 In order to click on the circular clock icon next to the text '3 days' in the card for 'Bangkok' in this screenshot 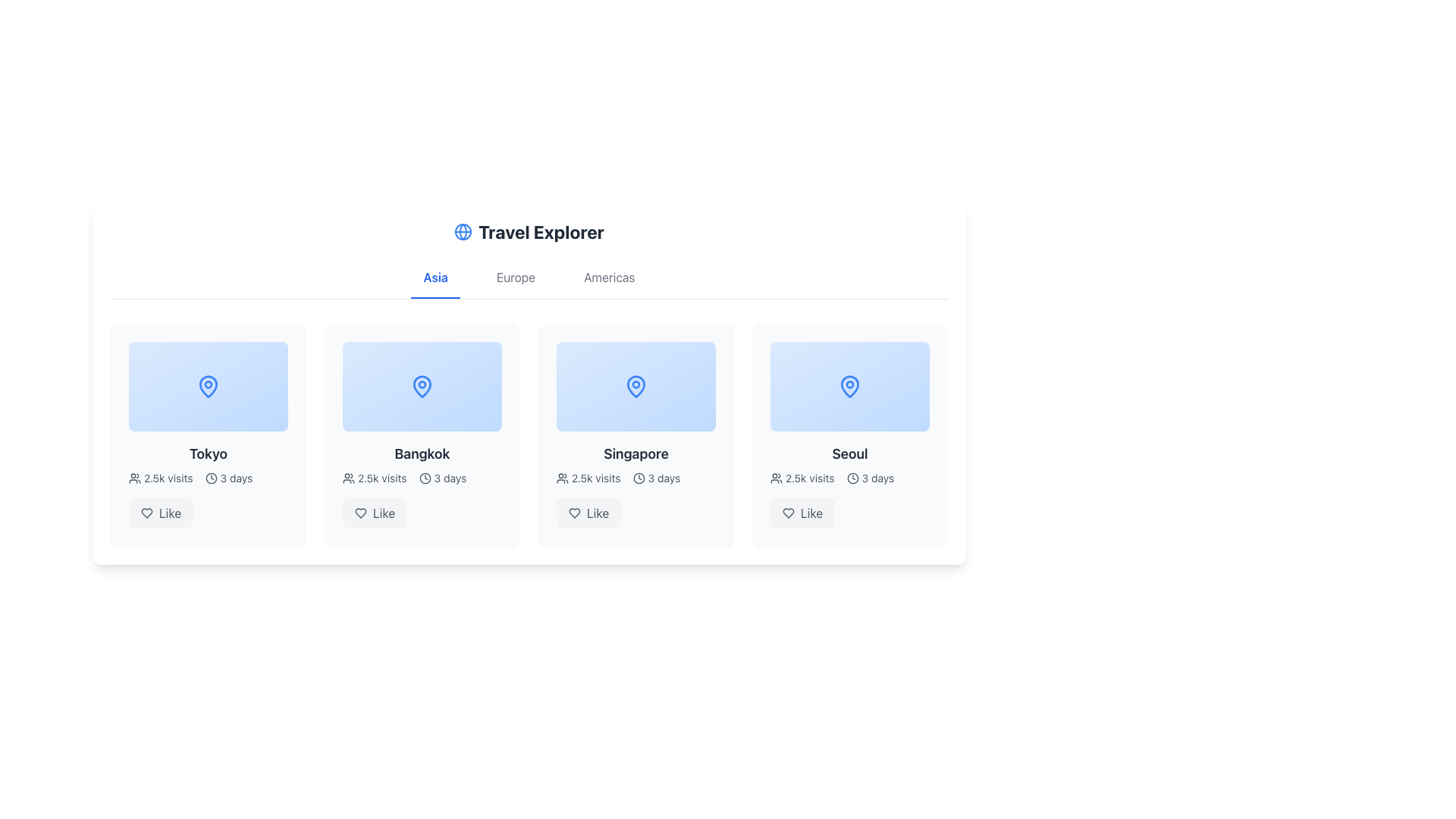, I will do `click(425, 479)`.